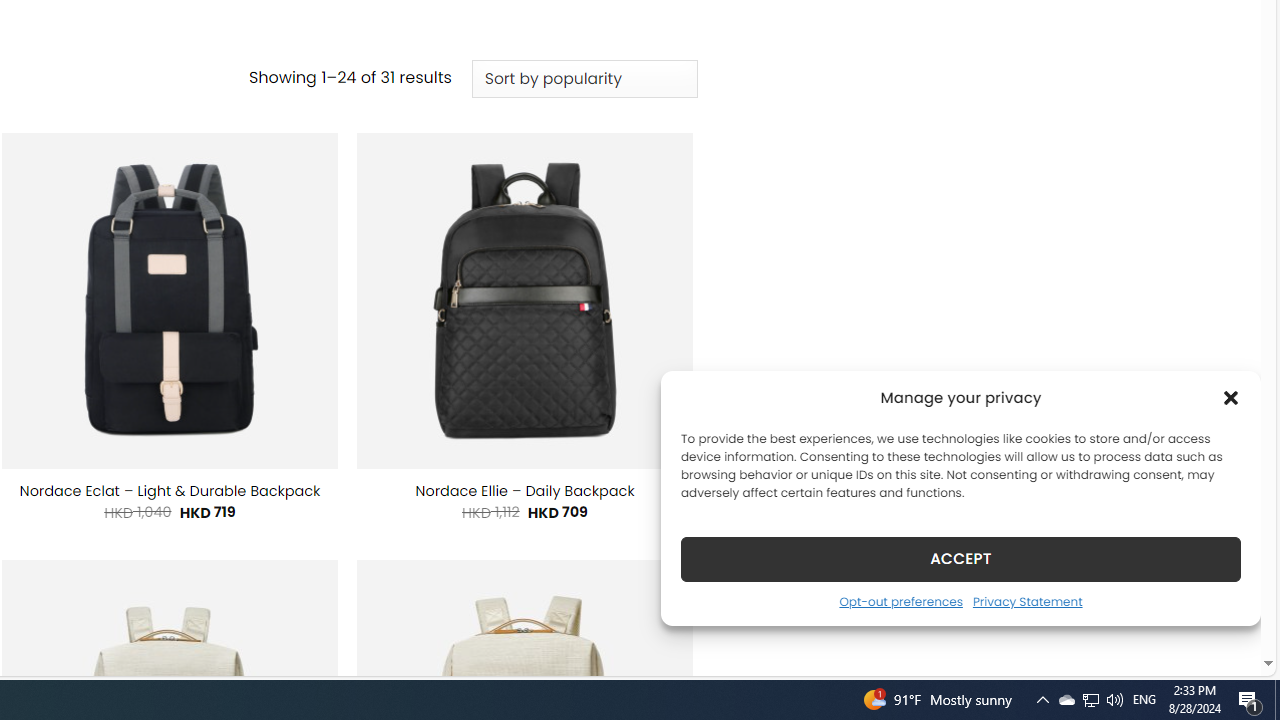 This screenshot has width=1280, height=720. I want to click on 'Opt-out preferences', so click(899, 600).